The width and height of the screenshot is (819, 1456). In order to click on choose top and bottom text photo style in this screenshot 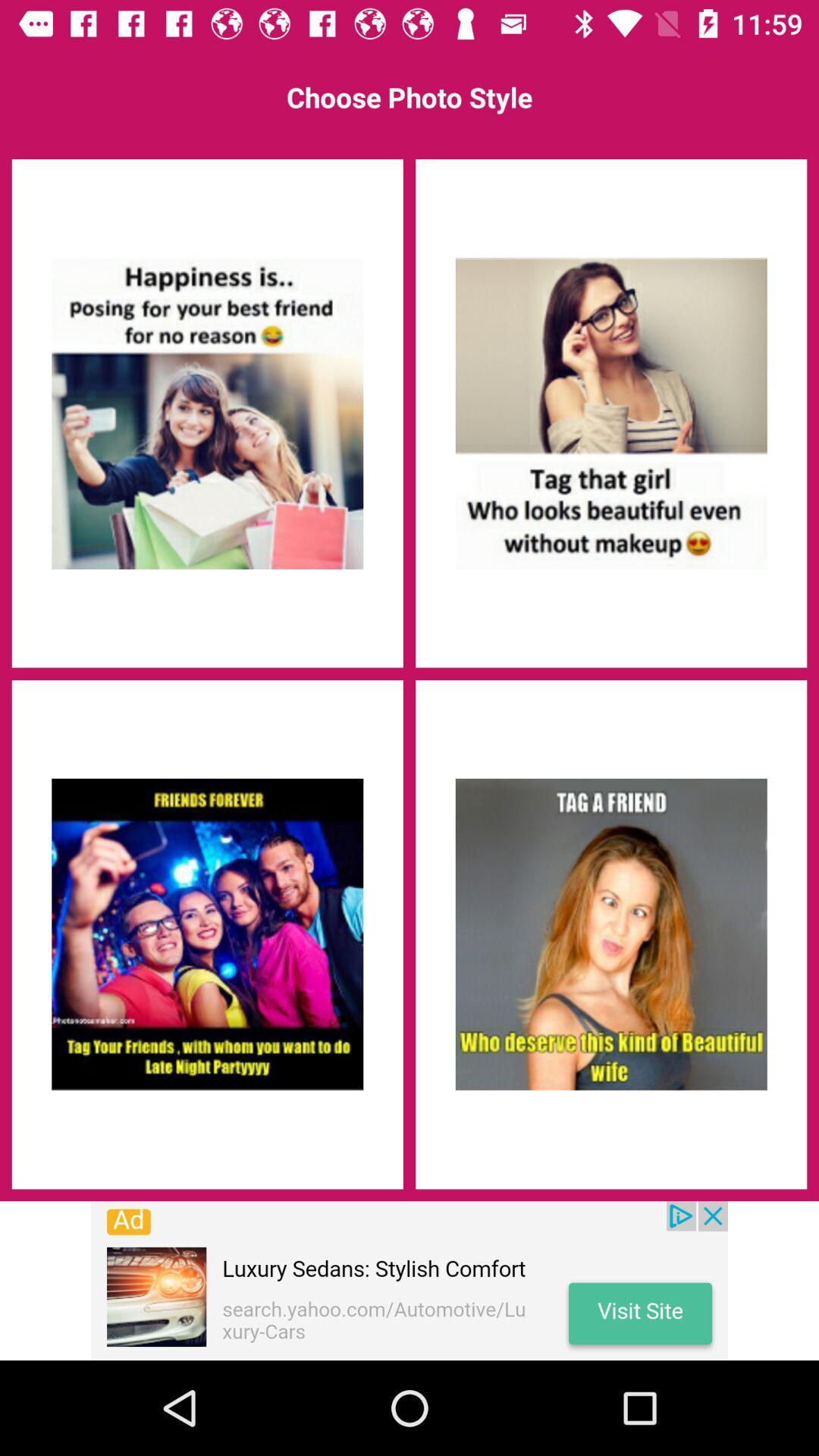, I will do `click(610, 934)`.